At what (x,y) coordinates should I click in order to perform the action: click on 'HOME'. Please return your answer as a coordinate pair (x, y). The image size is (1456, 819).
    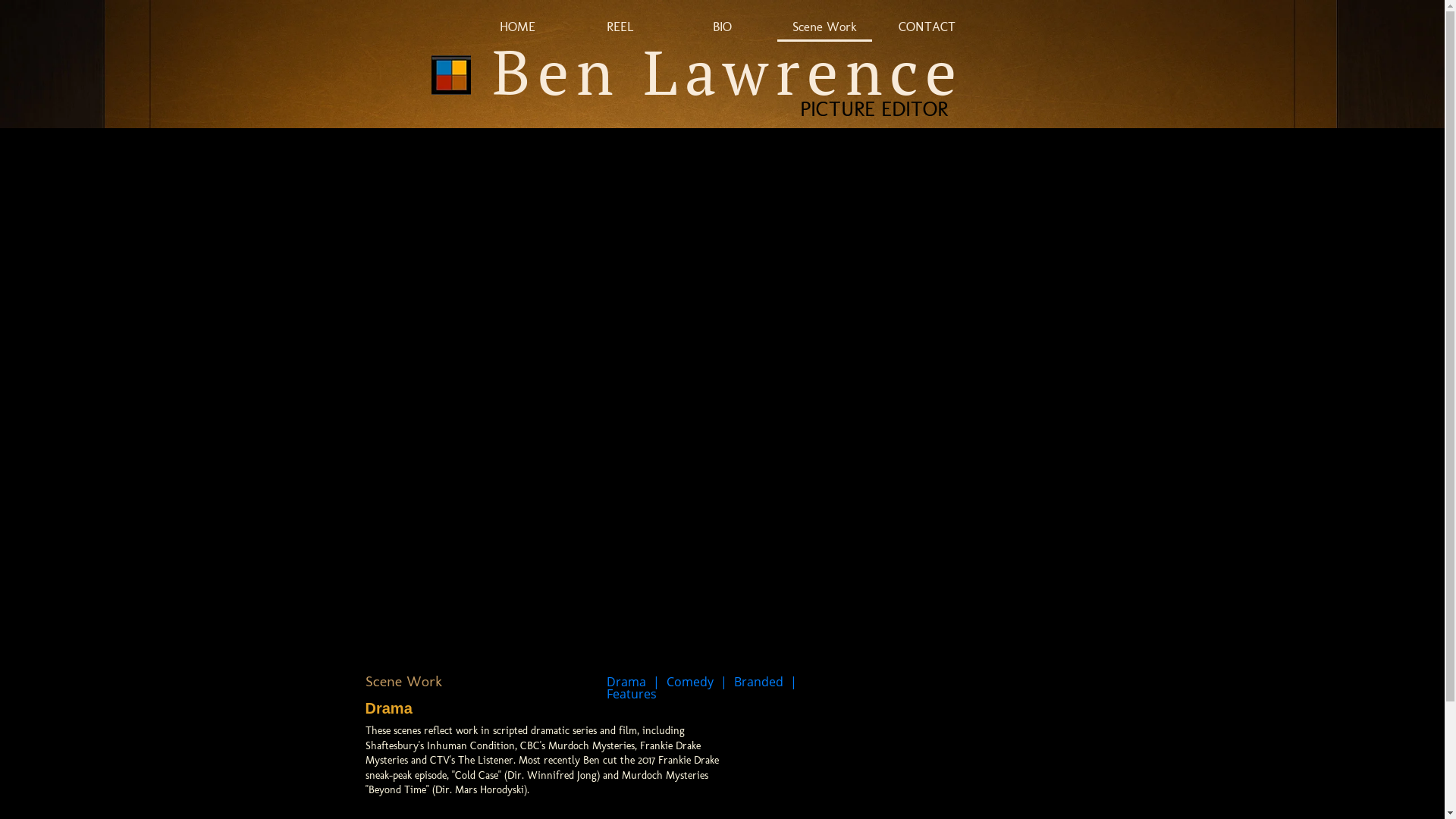
    Looking at the image, I should click on (517, 28).